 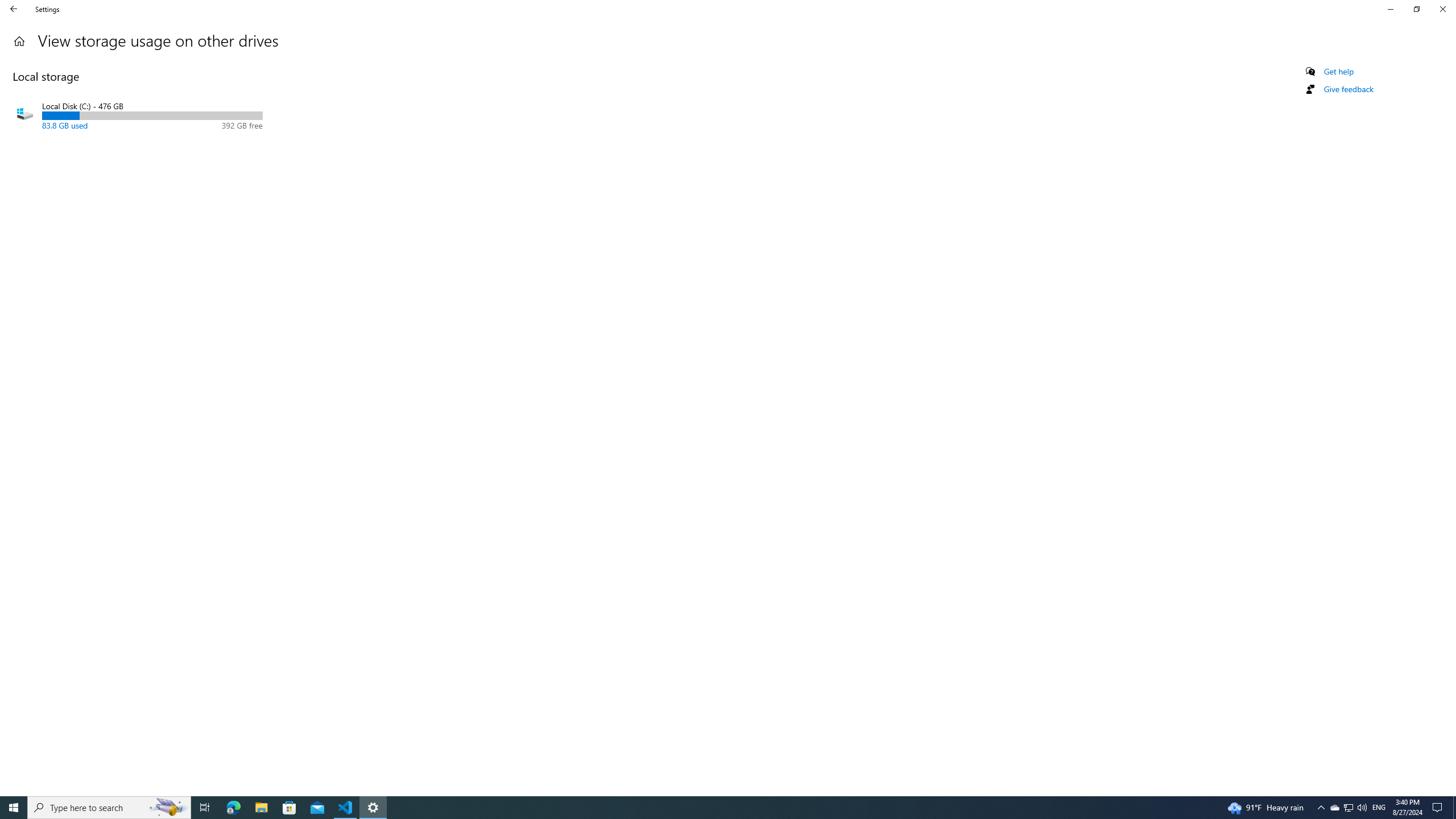 What do you see at coordinates (14, 9) in the screenshot?
I see `'Home'` at bounding box center [14, 9].